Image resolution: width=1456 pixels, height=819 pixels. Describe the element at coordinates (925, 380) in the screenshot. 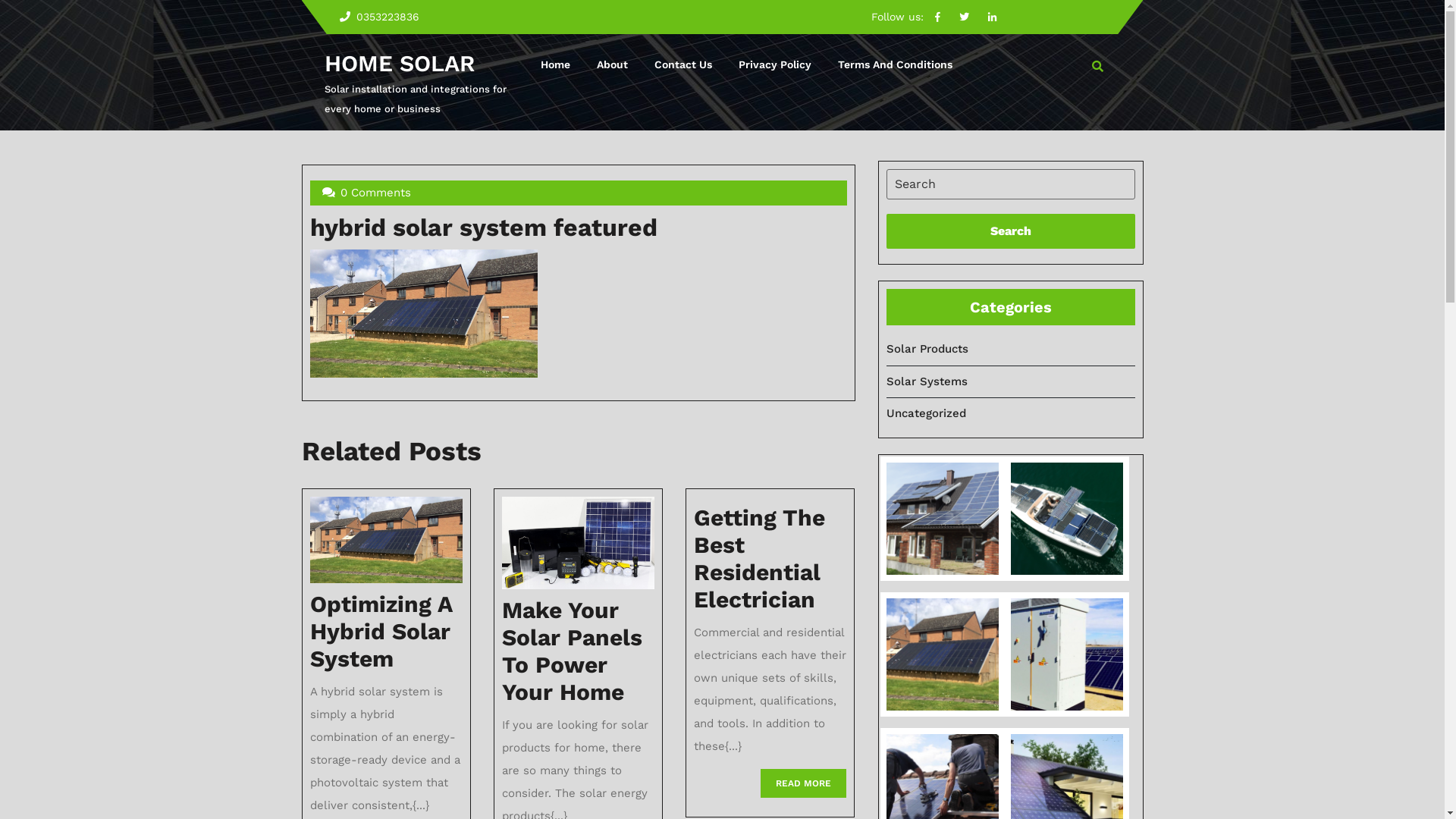

I see `'Solar Systems'` at that location.